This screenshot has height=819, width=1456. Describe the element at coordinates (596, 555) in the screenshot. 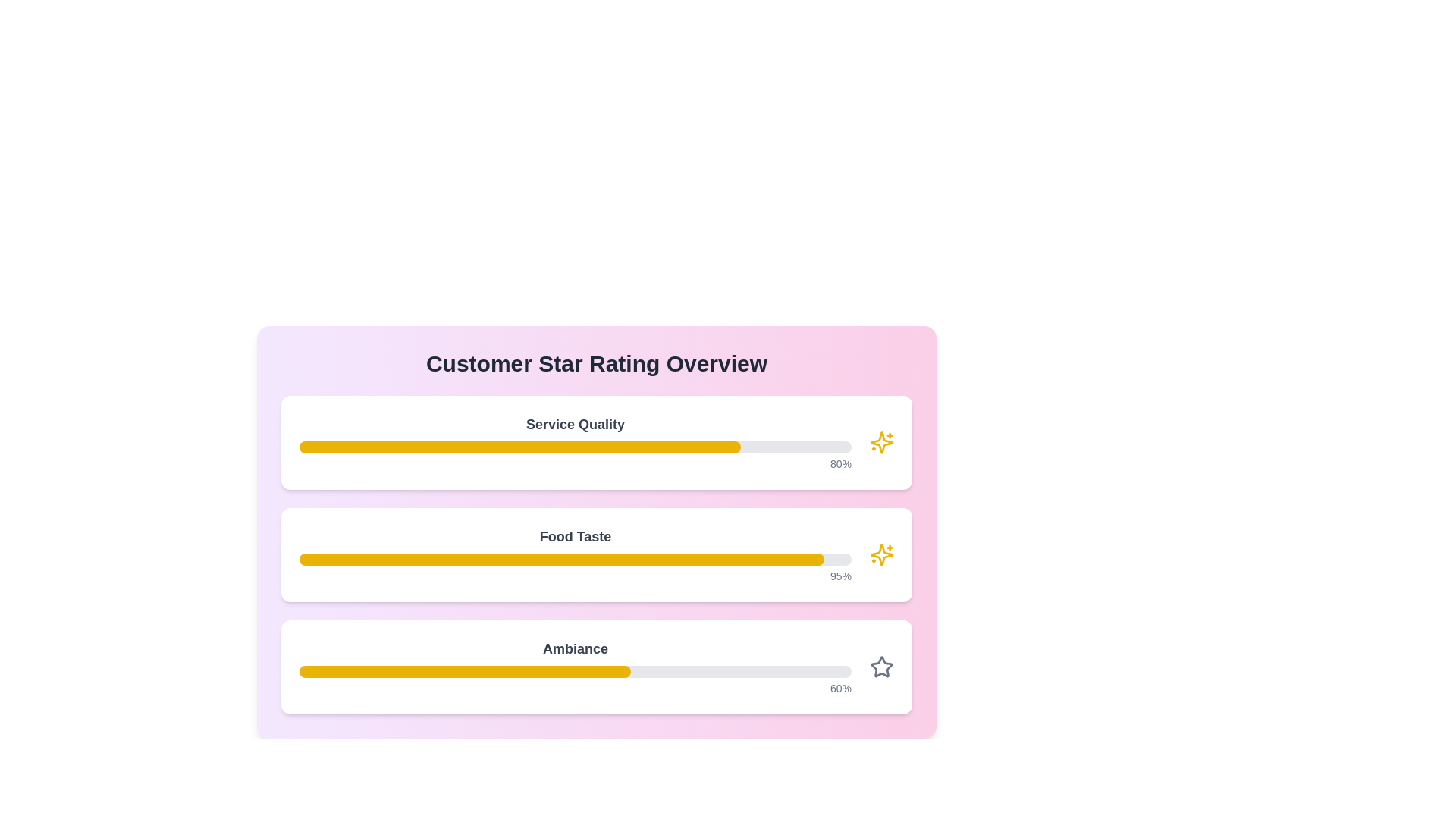

I see `the 'Food Taste' progress bar element, which displays a rating with a percentage and descriptive label, located below the 'Service Quality' element in the 'Customer Star Rating Overview' section` at that location.